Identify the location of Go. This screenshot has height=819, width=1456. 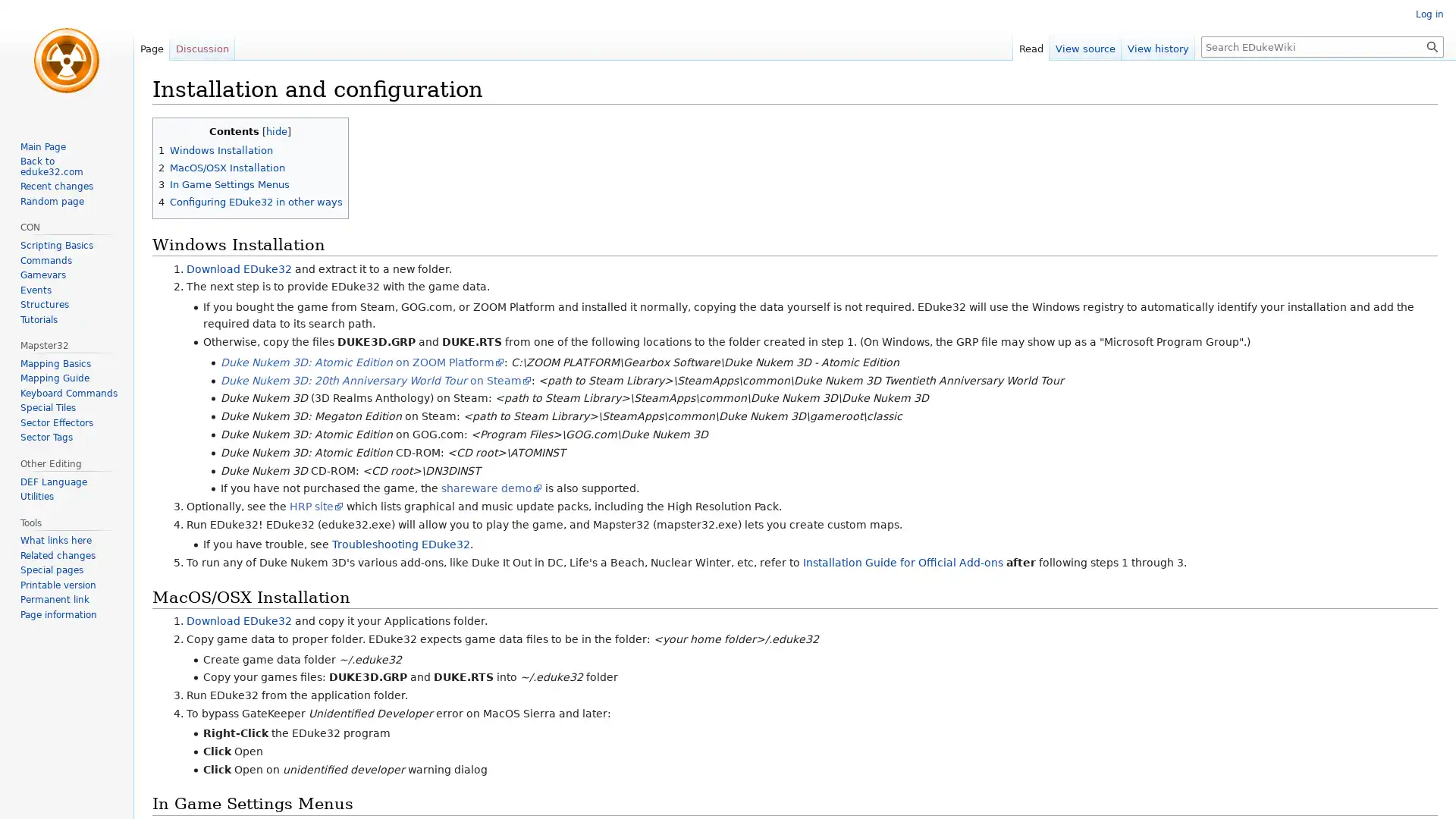
(1432, 45).